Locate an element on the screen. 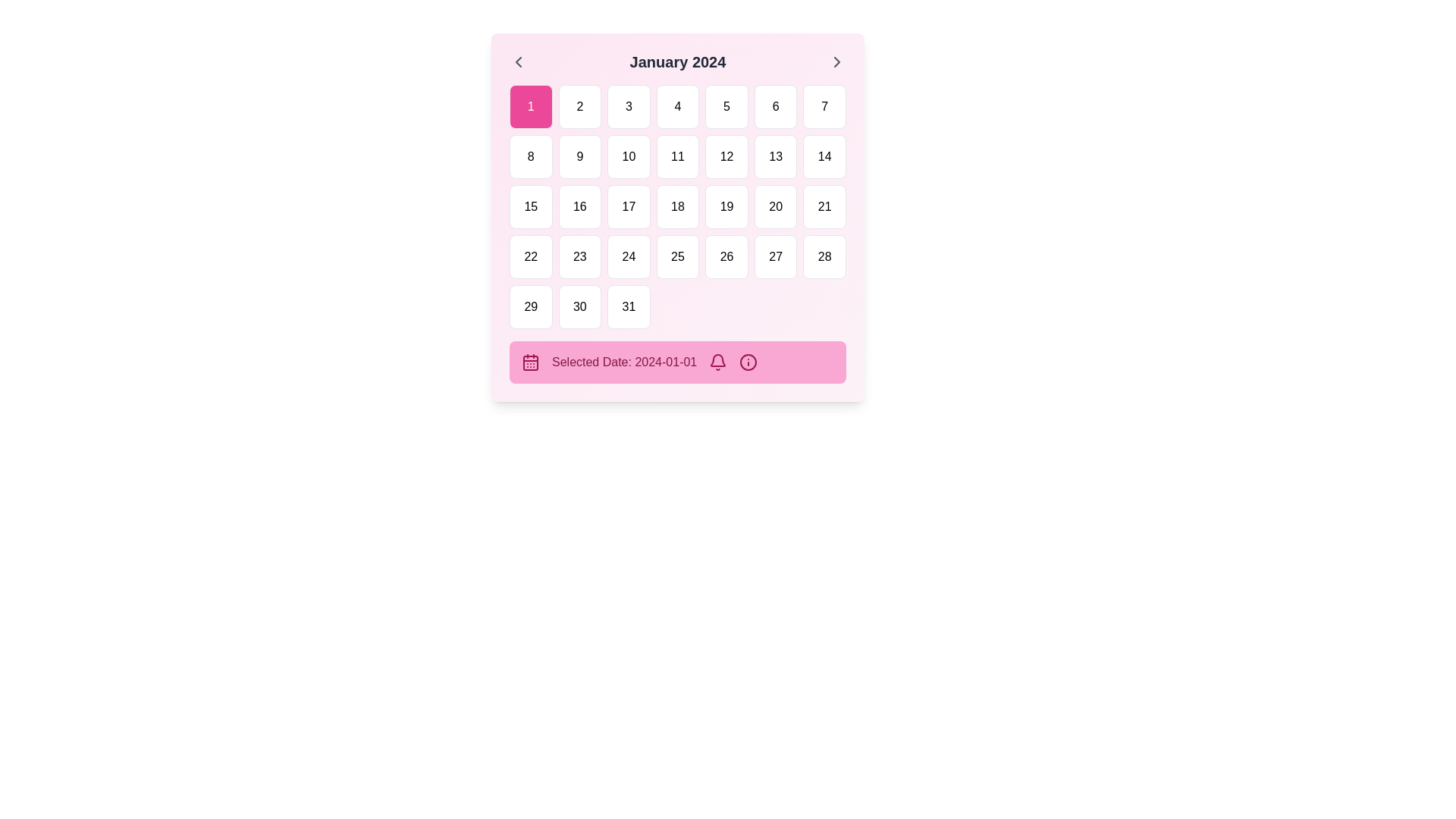 This screenshot has height=819, width=1456. the bell-shaped notification icon, which is pink and located below the calendar next to 'Selected Date: 2024-01-01' is located at coordinates (717, 362).